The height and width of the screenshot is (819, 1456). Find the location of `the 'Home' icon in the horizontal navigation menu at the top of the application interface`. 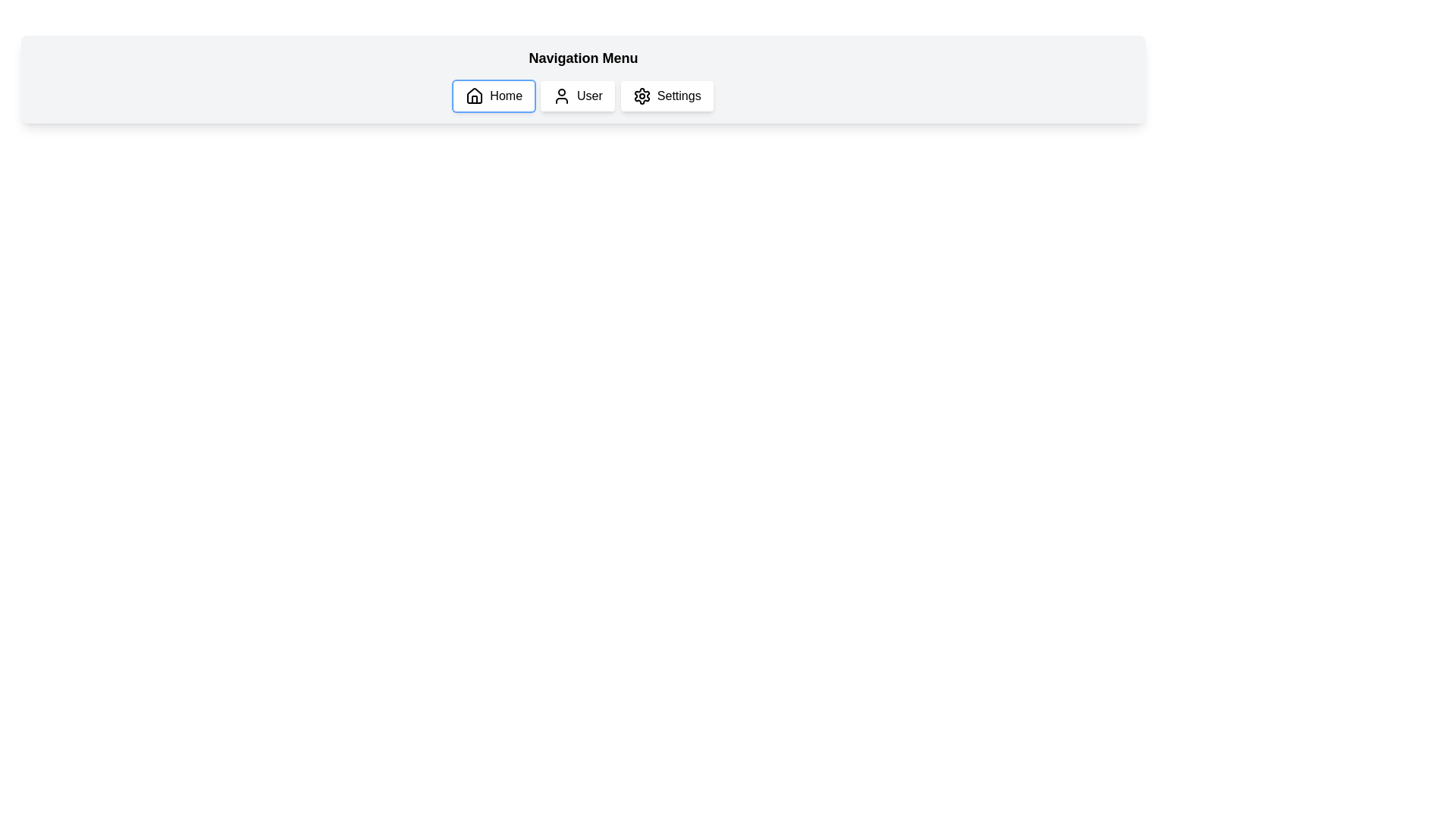

the 'Home' icon in the horizontal navigation menu at the top of the application interface is located at coordinates (474, 96).